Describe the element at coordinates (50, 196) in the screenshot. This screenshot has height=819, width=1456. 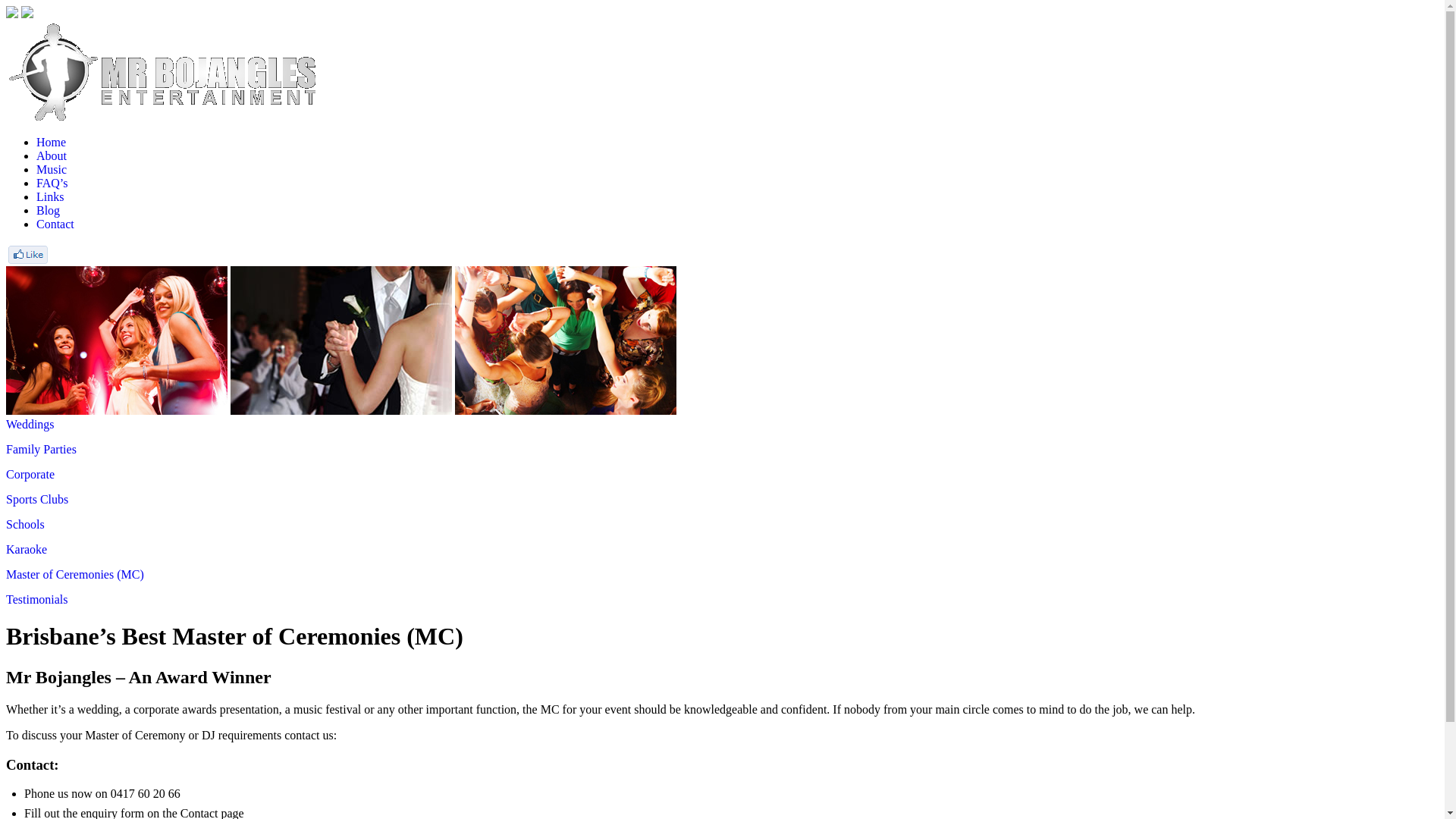
I see `'Links'` at that location.